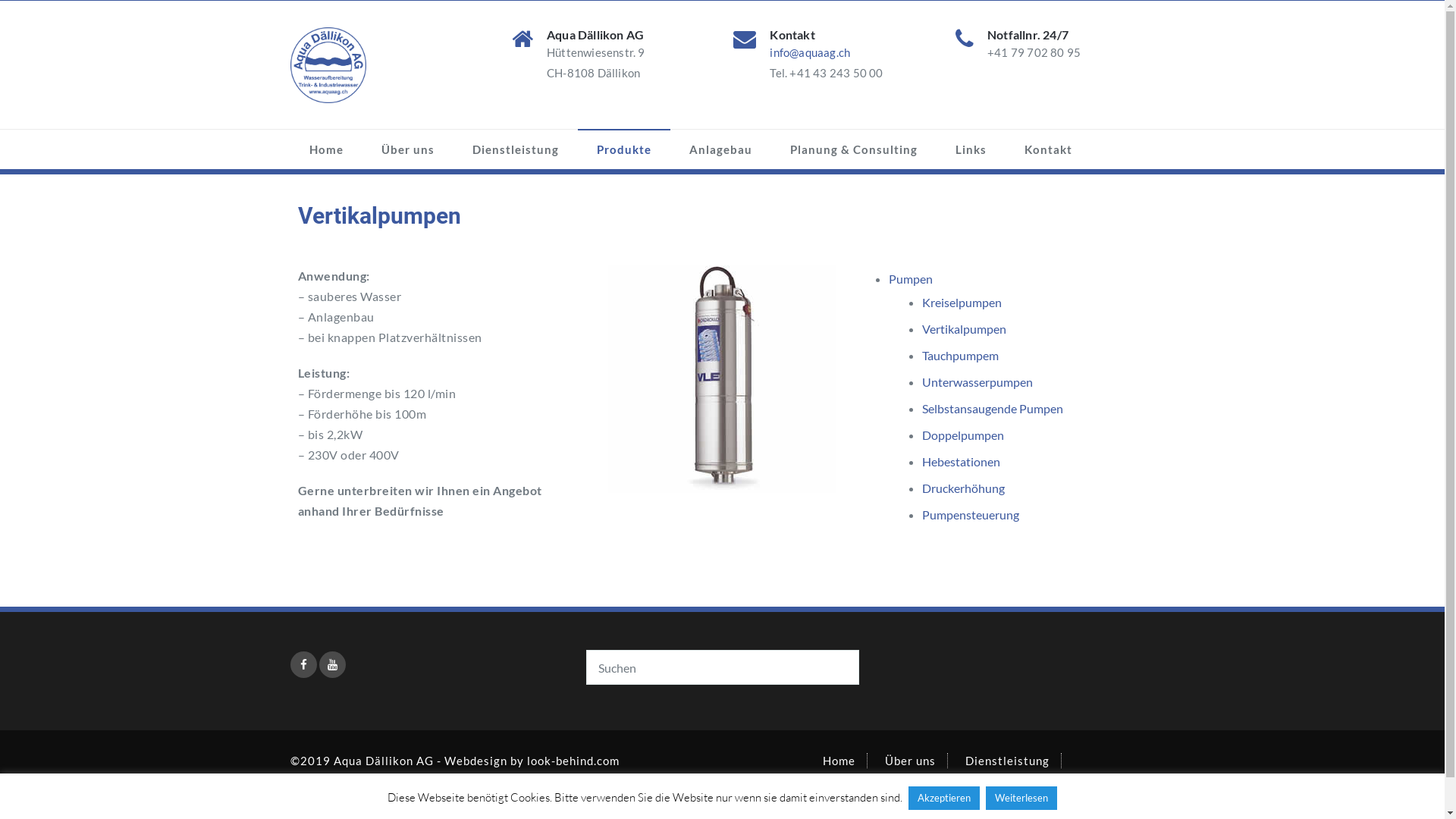 The width and height of the screenshot is (1456, 819). I want to click on 'Doppelpumpen', so click(962, 435).